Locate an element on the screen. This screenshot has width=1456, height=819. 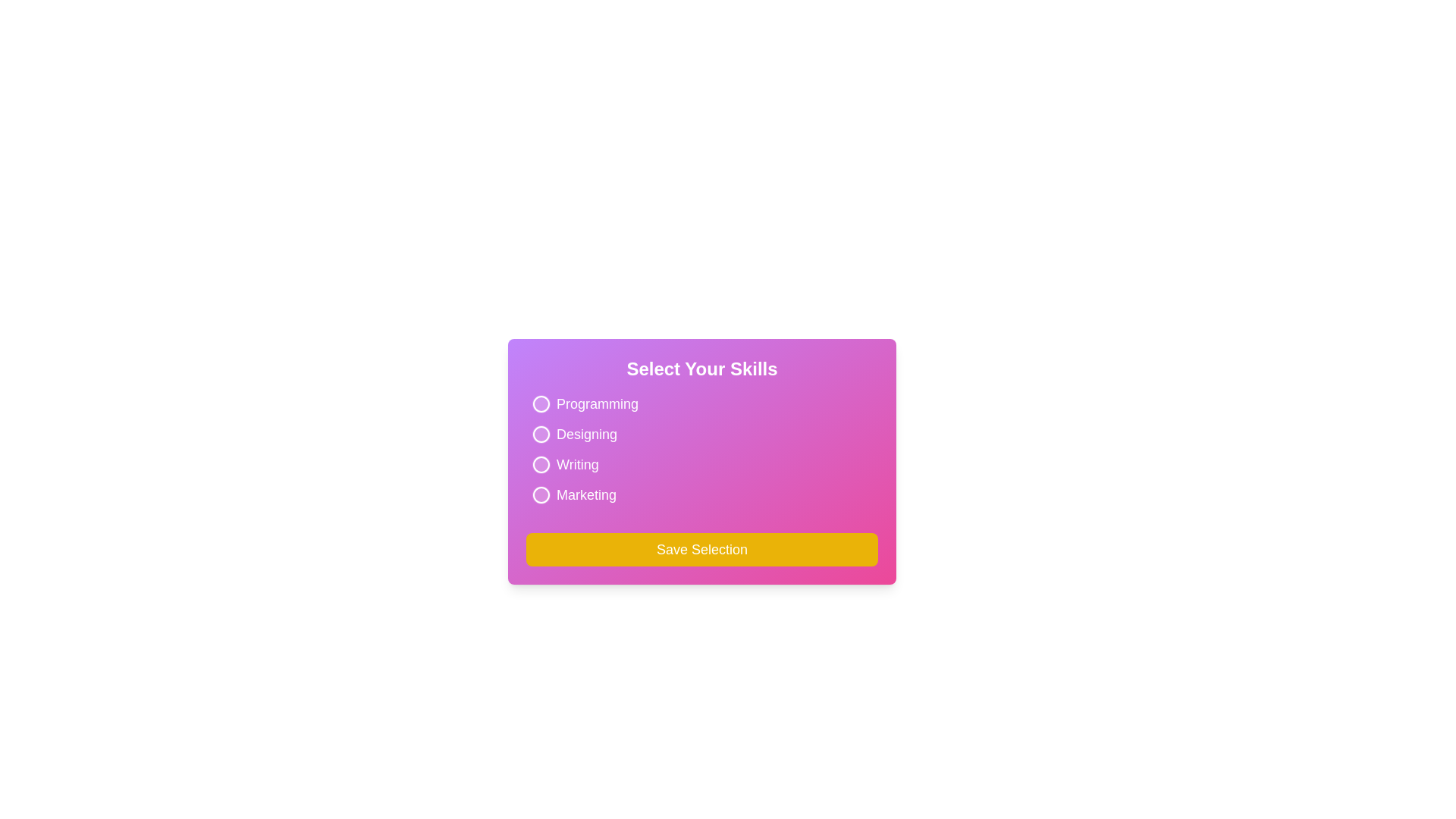
the skill Programming is located at coordinates (541, 403).